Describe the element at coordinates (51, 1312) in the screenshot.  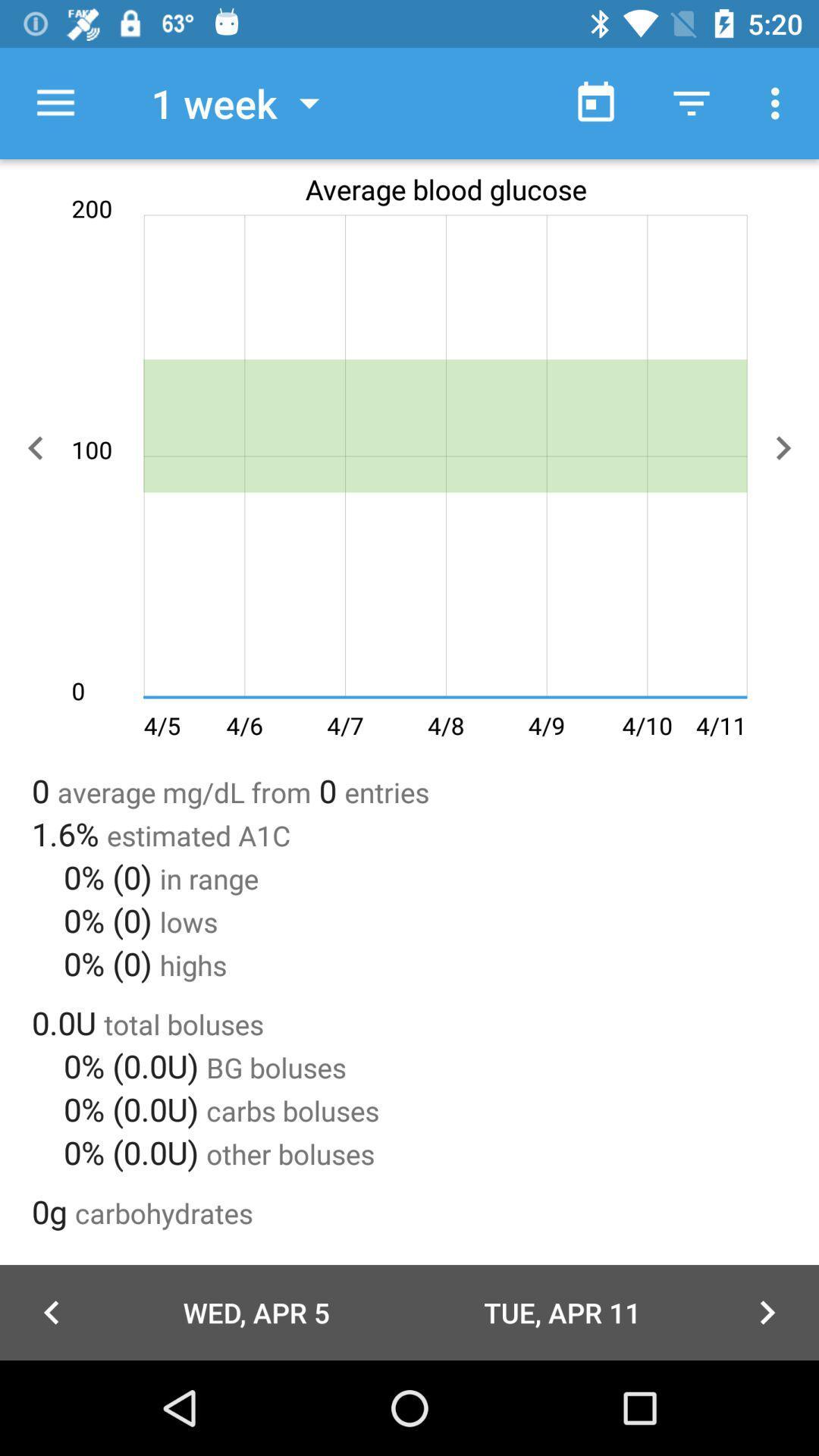
I see `the arrow_backward icon` at that location.